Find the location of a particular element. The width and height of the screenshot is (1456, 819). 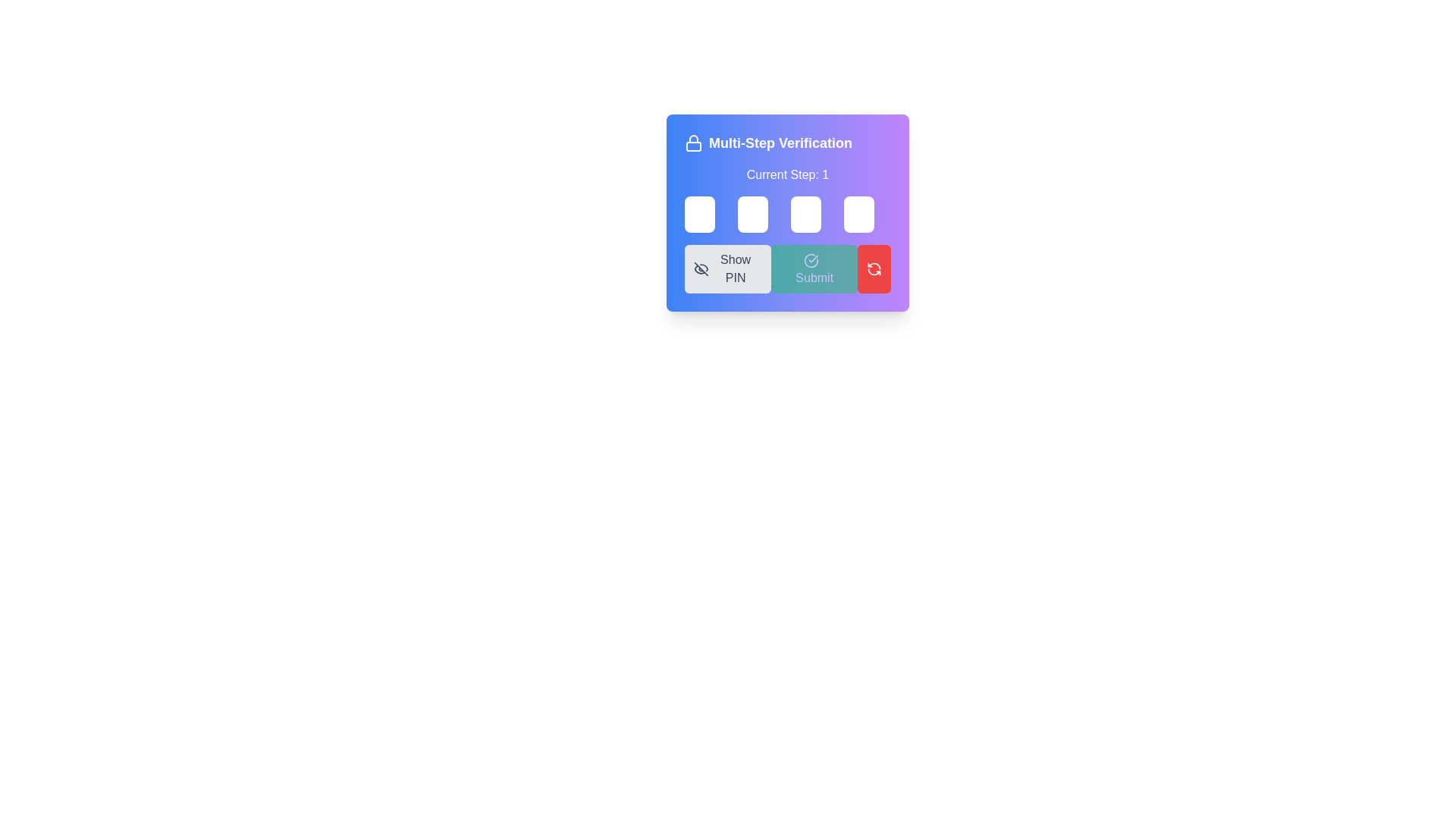

the green 'Submit' button with a checkmark icon is located at coordinates (814, 268).